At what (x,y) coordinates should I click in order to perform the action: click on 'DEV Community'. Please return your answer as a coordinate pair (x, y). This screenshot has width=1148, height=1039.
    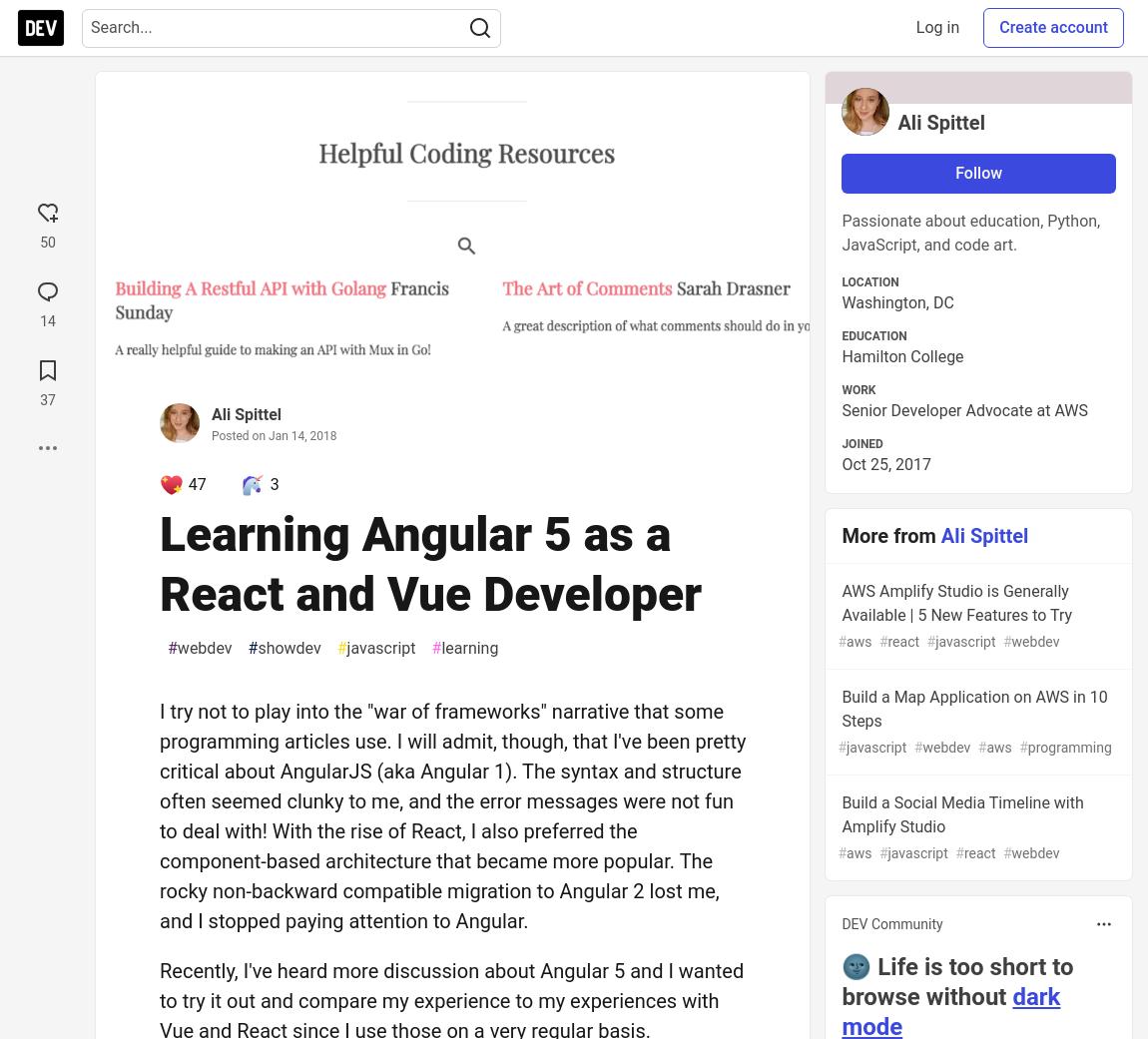
    Looking at the image, I should click on (891, 922).